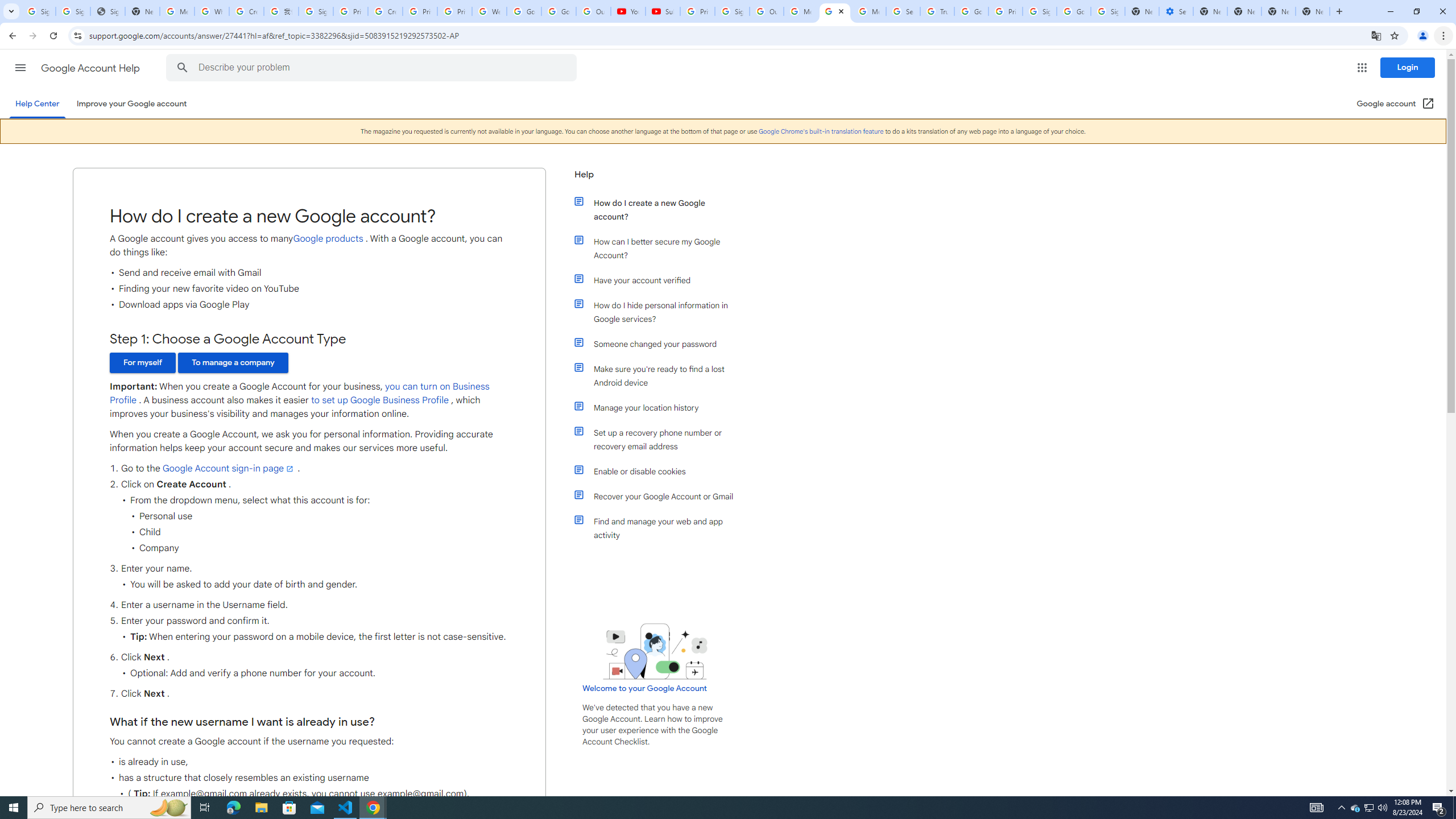 The height and width of the screenshot is (819, 1456). What do you see at coordinates (661, 470) in the screenshot?
I see `'Enable or disable cookies'` at bounding box center [661, 470].